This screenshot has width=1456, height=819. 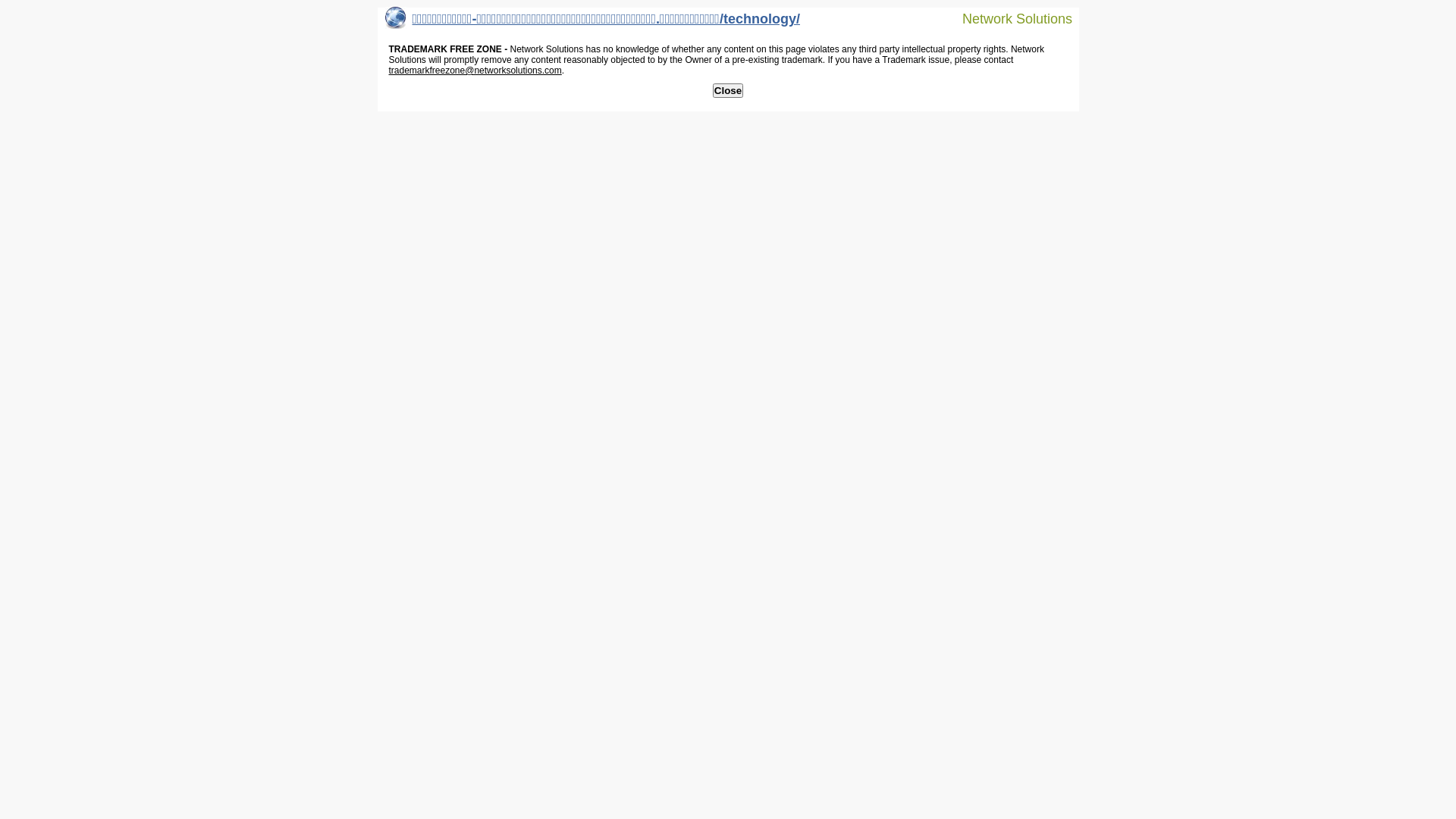 I want to click on 'Network Solutions', so click(x=1008, y=17).